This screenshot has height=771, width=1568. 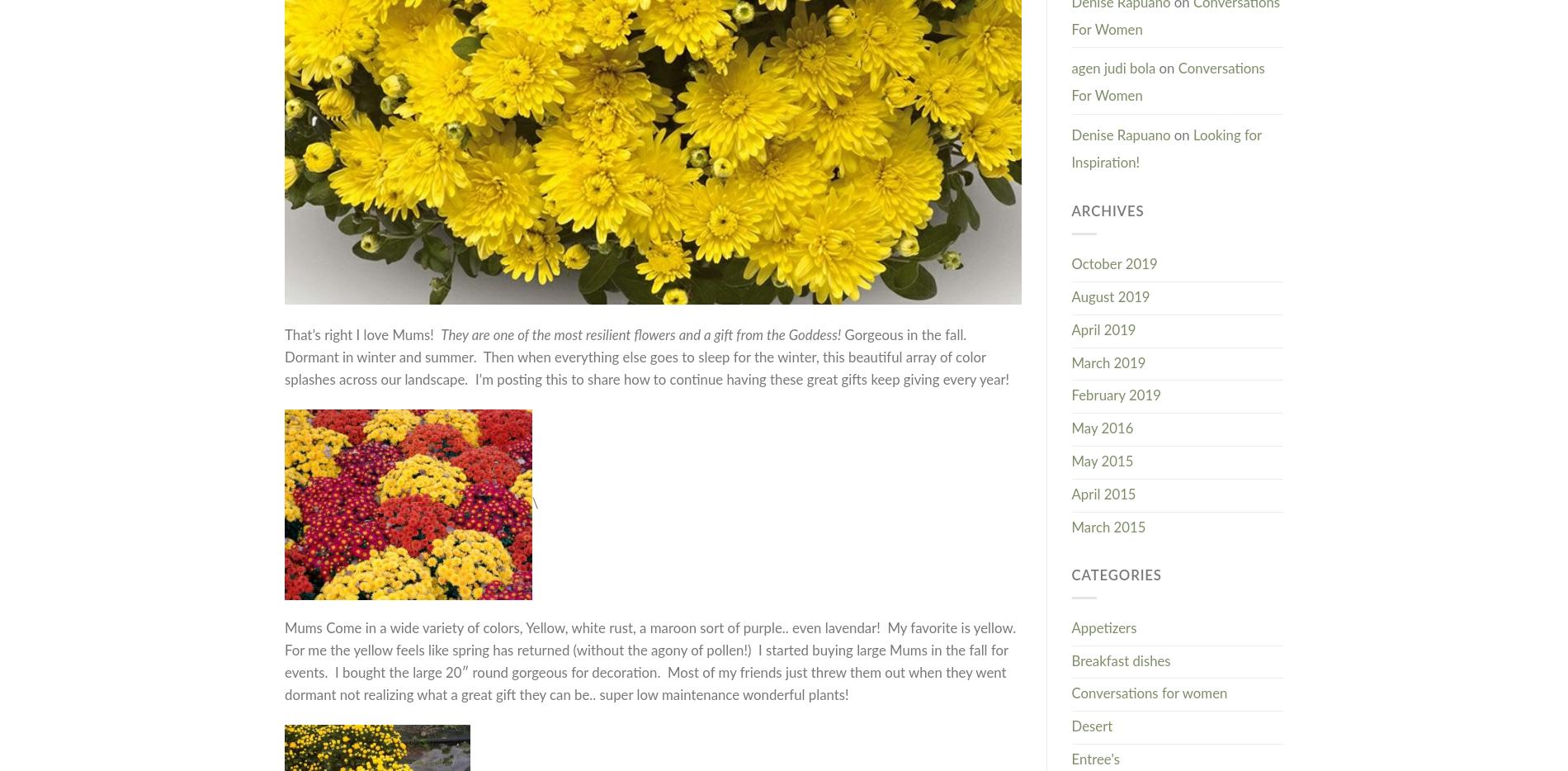 I want to click on 'Gorgeous in the fall.  Dormant in winter and summer.  Then when everything else goes to sleep for the winter, this beautiful array of color splashes across our landscape.  I’m posting this to share how to continue having these great gifts keep giving every year!', so click(x=645, y=357).